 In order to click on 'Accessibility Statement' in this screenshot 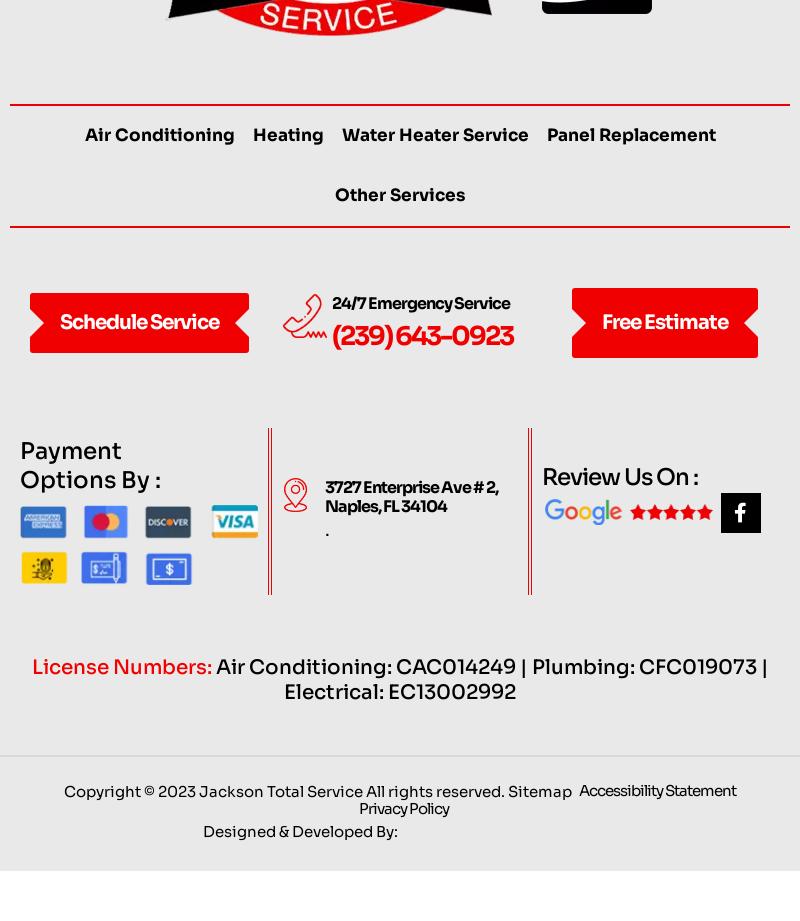, I will do `click(656, 829)`.